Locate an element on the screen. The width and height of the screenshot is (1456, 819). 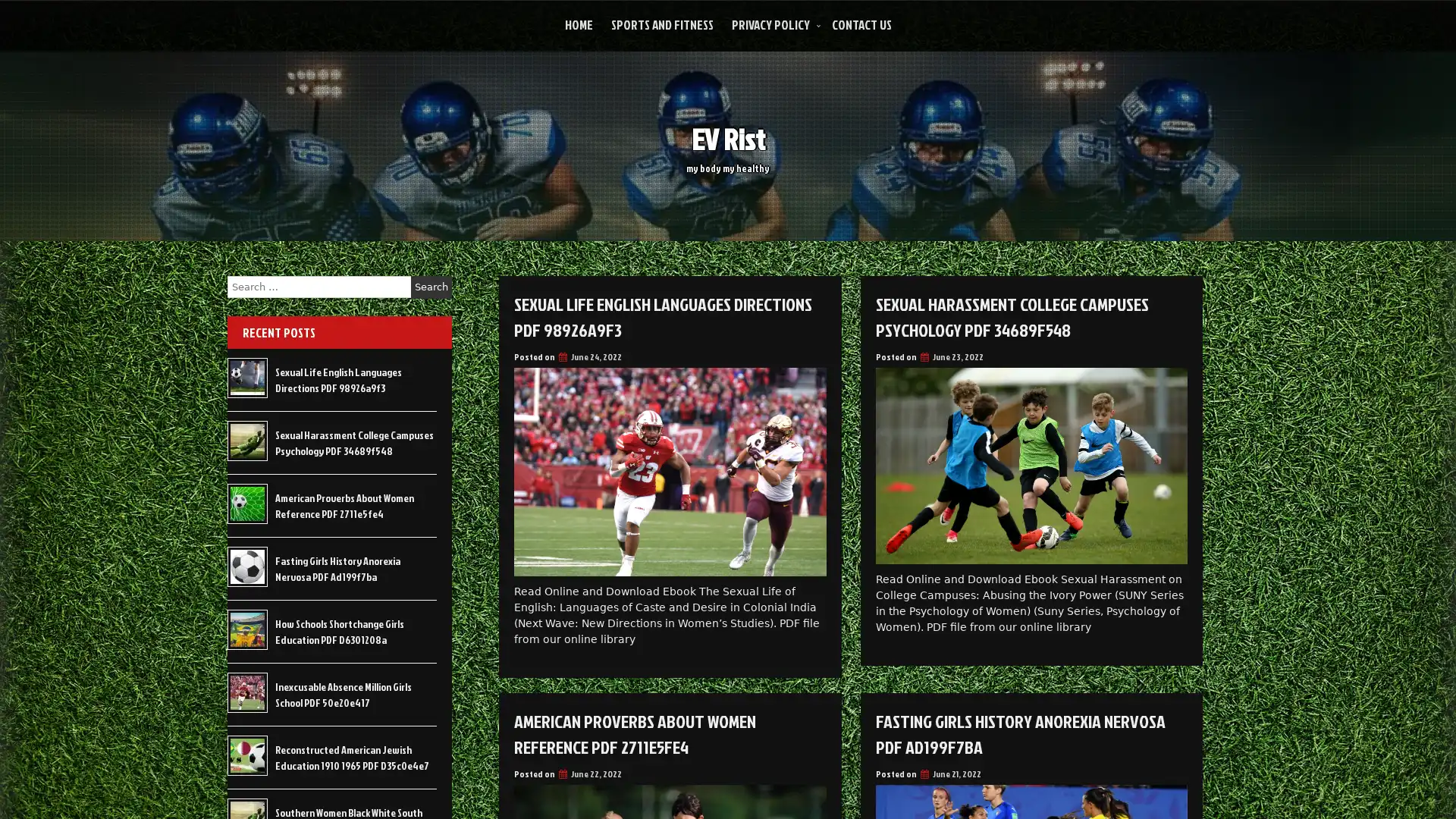
Search is located at coordinates (431, 287).